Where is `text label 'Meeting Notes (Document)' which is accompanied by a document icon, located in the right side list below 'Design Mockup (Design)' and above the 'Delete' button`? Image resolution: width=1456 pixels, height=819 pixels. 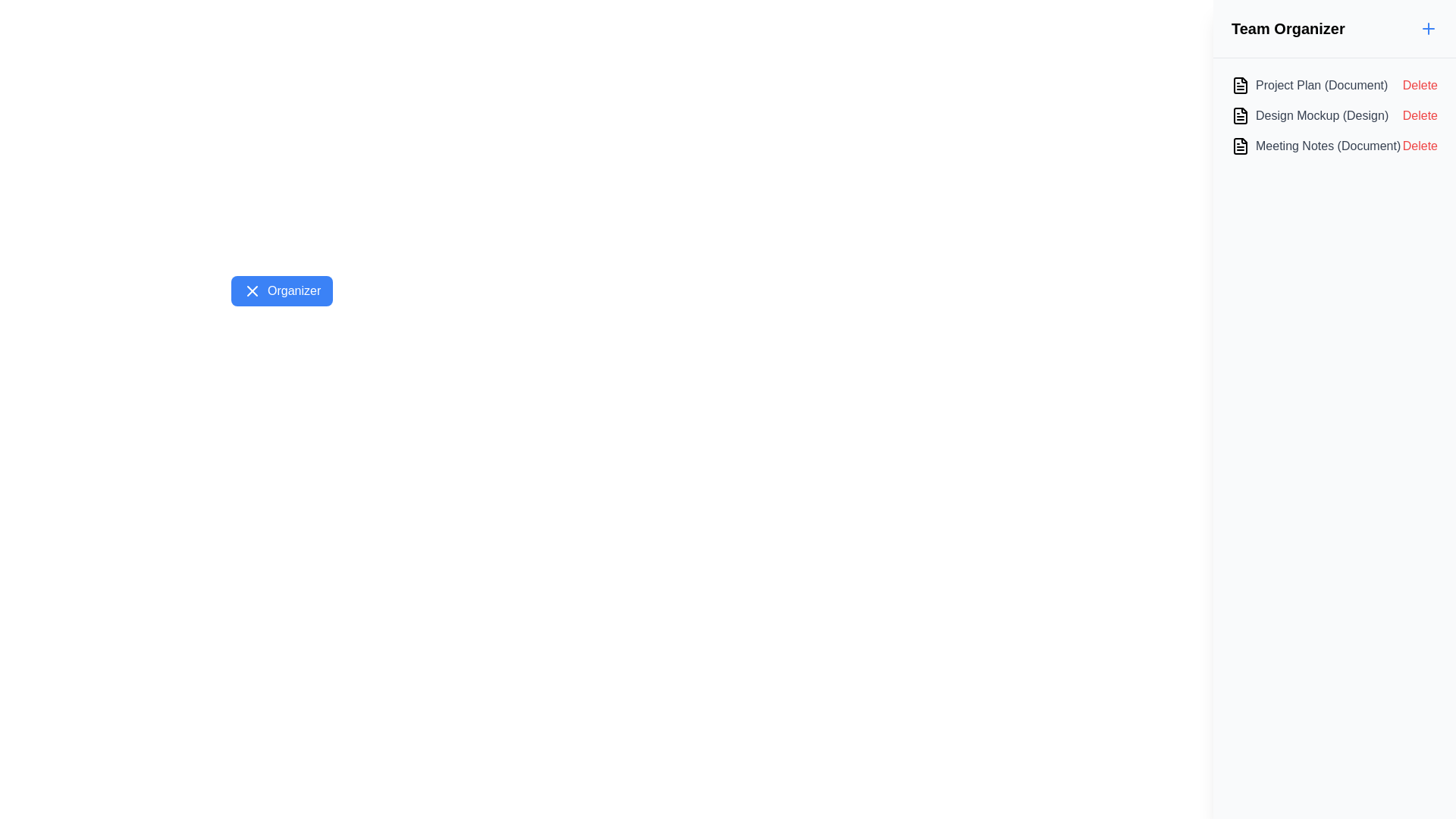
text label 'Meeting Notes (Document)' which is accompanied by a document icon, located in the right side list below 'Design Mockup (Design)' and above the 'Delete' button is located at coordinates (1315, 146).